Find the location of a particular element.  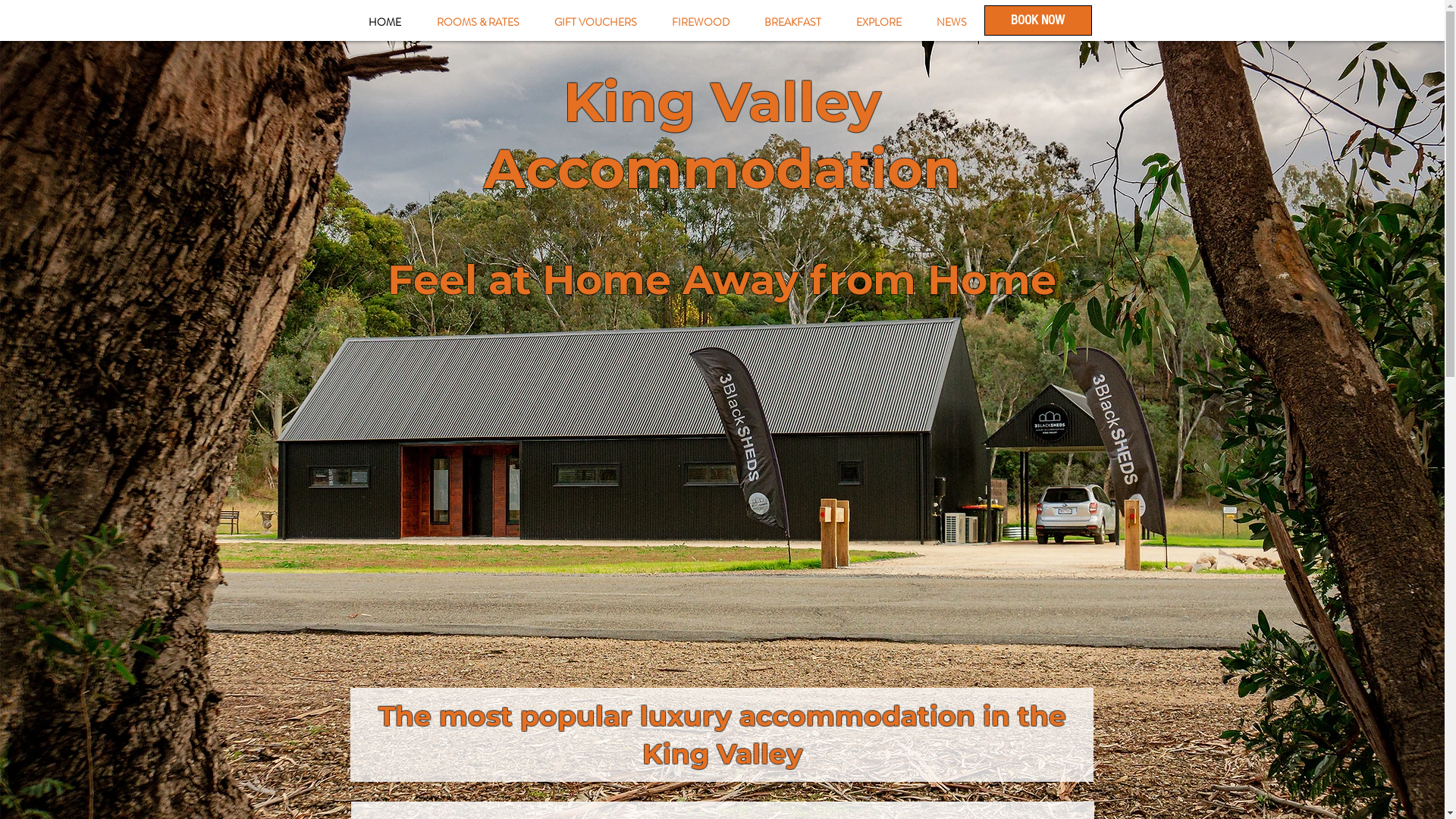

'NEWS' is located at coordinates (950, 22).